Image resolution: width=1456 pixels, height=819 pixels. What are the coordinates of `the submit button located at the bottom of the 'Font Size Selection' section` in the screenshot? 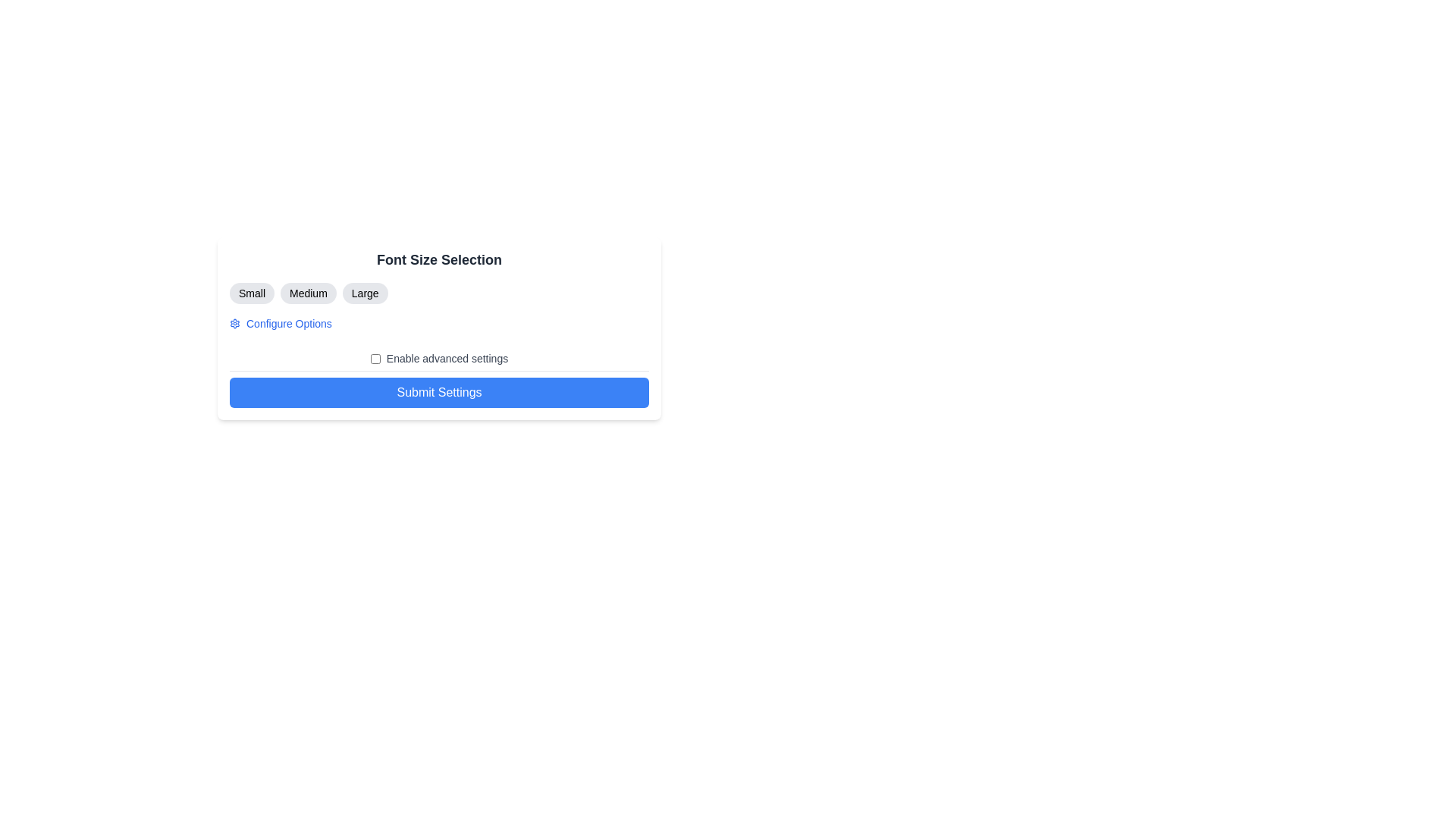 It's located at (438, 391).